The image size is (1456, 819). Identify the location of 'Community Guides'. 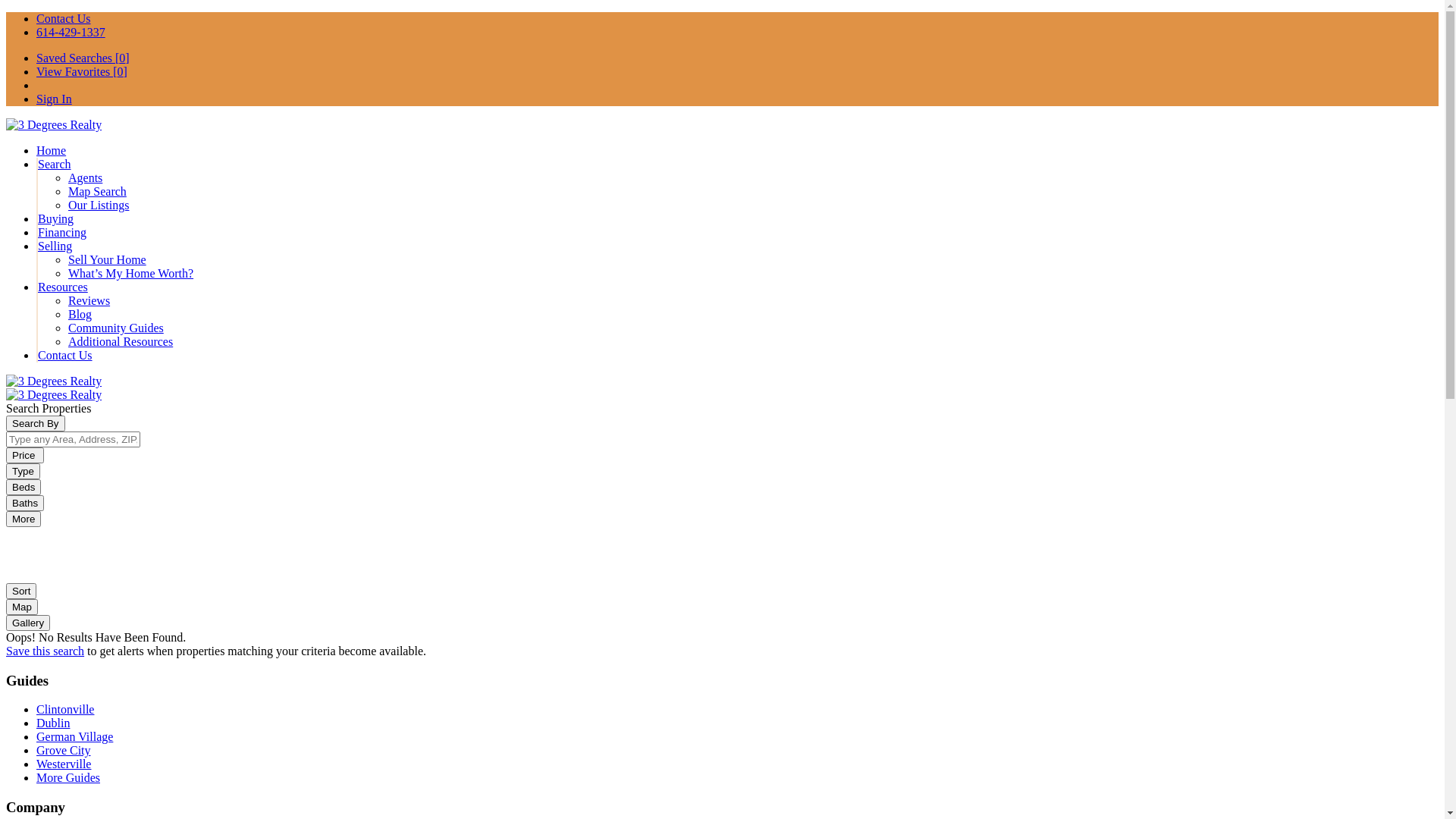
(67, 327).